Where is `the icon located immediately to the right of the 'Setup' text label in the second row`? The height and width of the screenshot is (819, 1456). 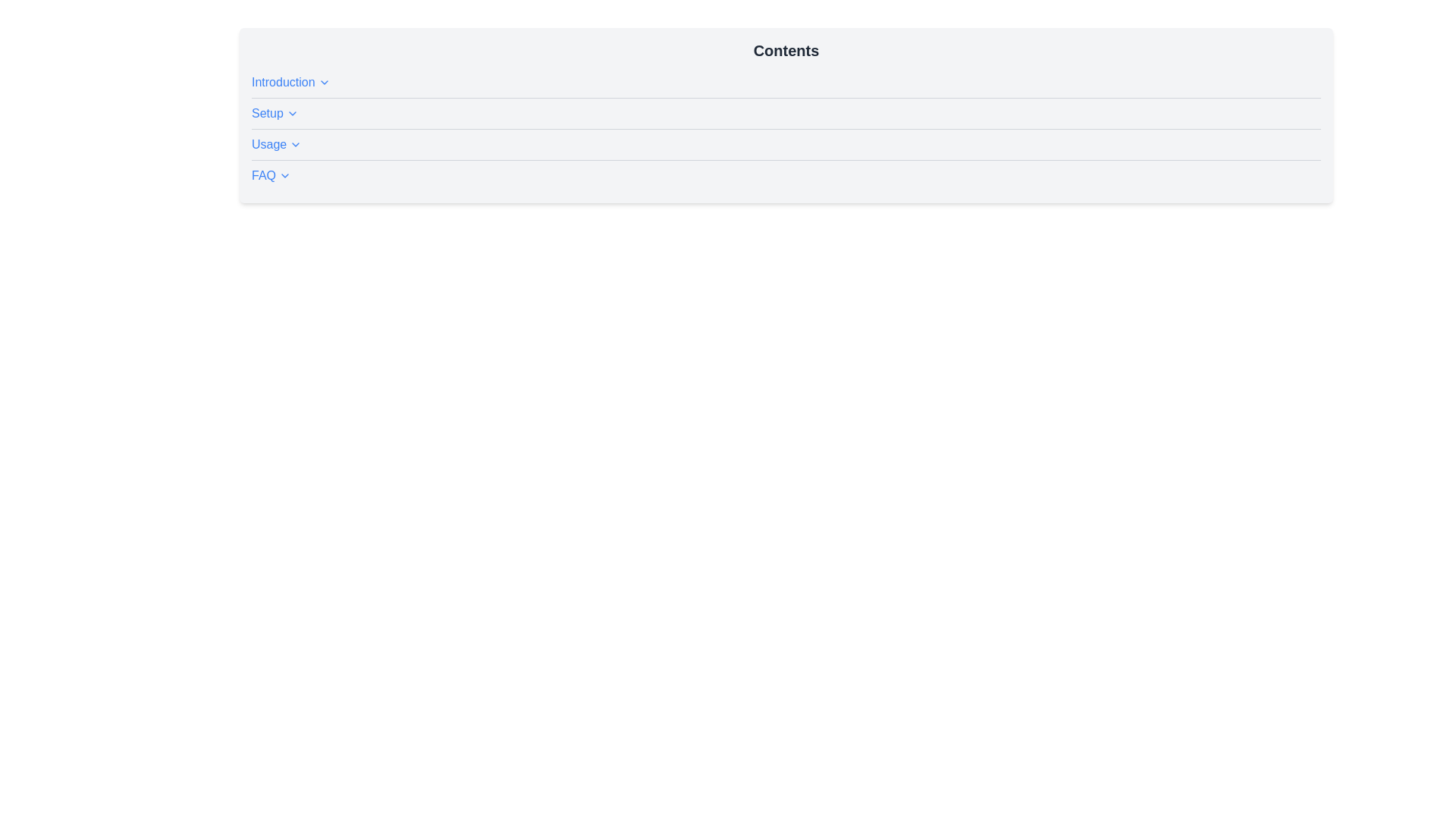
the icon located immediately to the right of the 'Setup' text label in the second row is located at coordinates (292, 113).